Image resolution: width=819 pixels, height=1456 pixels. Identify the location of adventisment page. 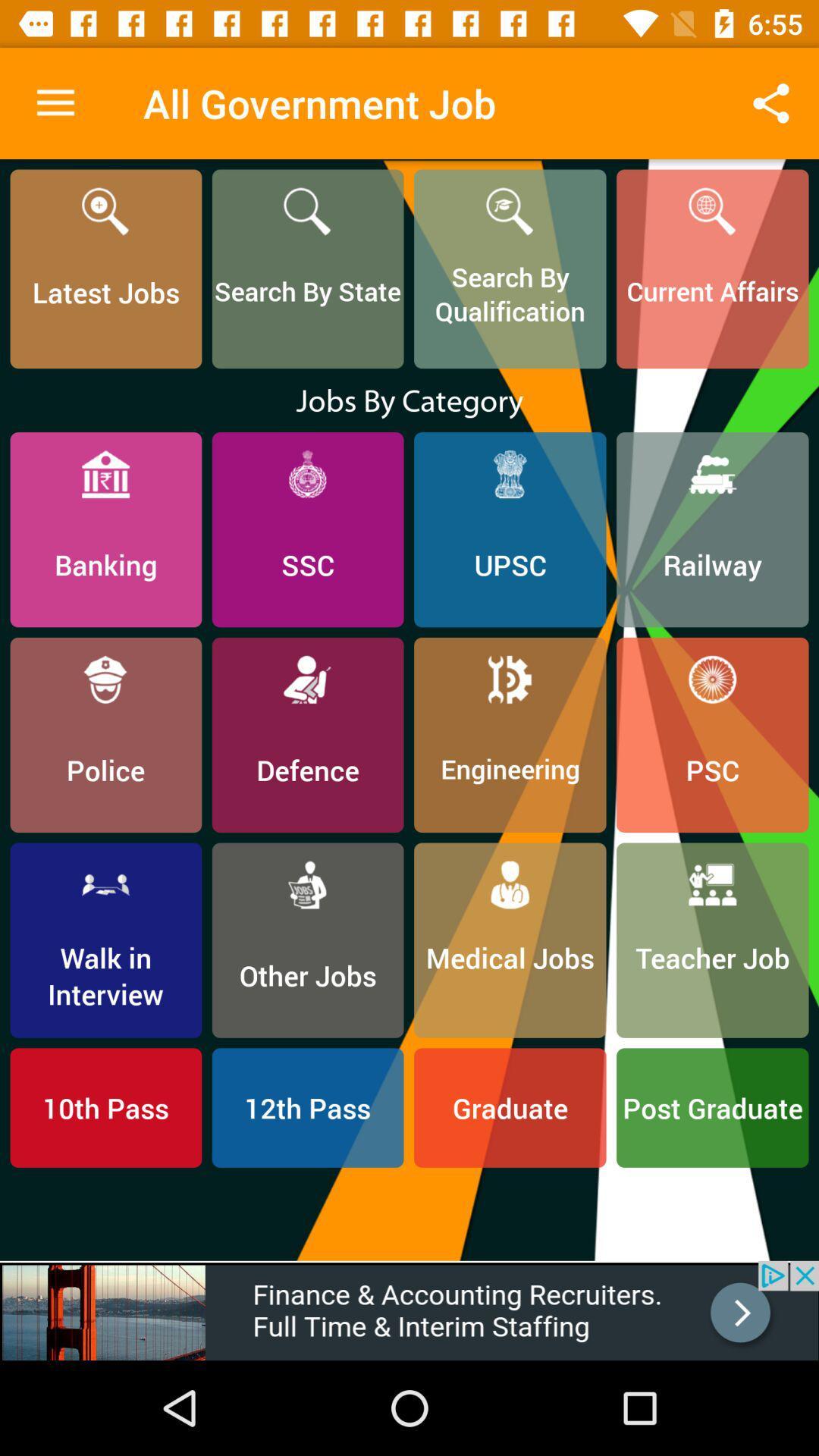
(409, 1310).